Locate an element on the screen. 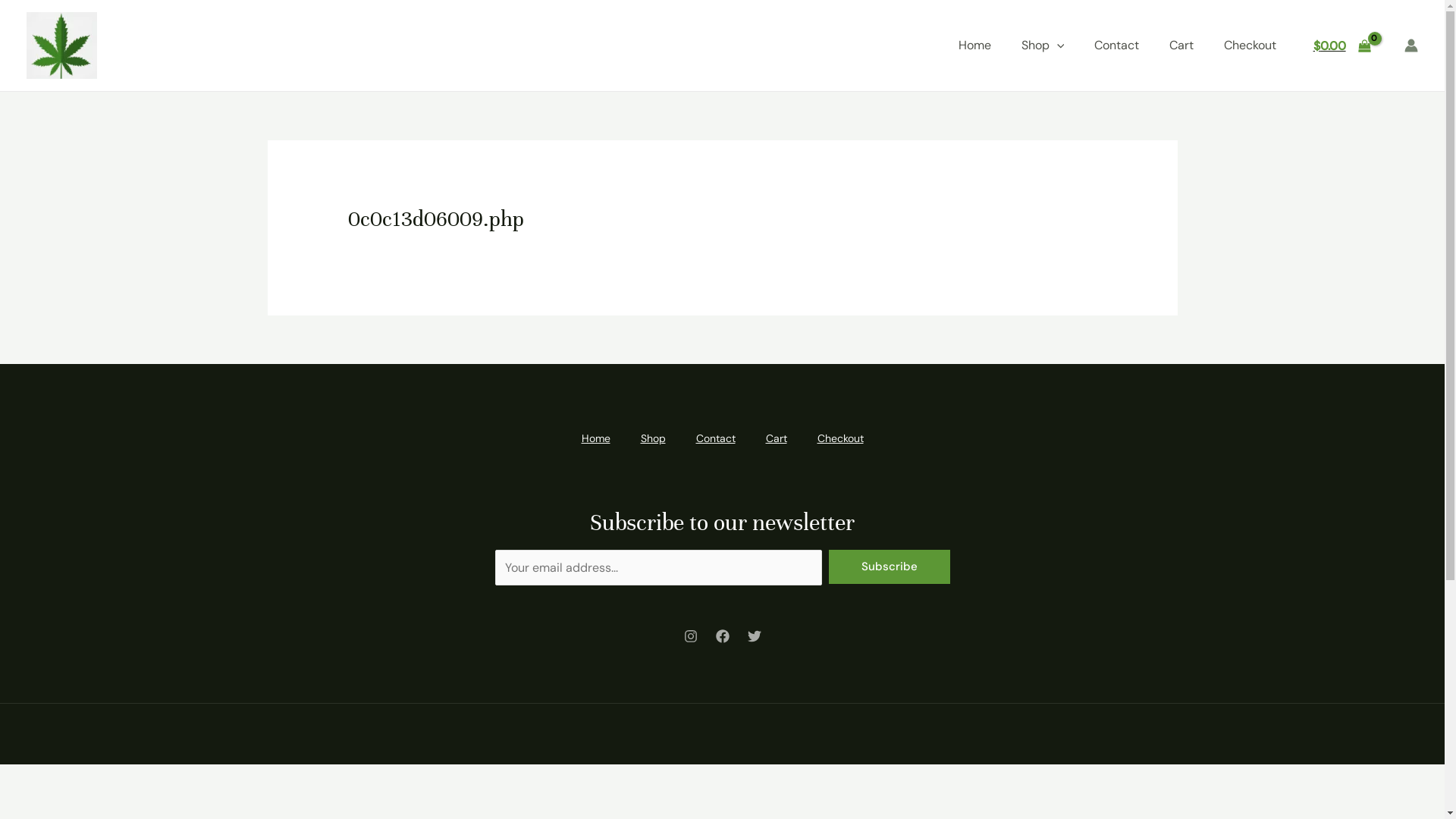 This screenshot has height=819, width=1456. 'Shop' is located at coordinates (652, 438).